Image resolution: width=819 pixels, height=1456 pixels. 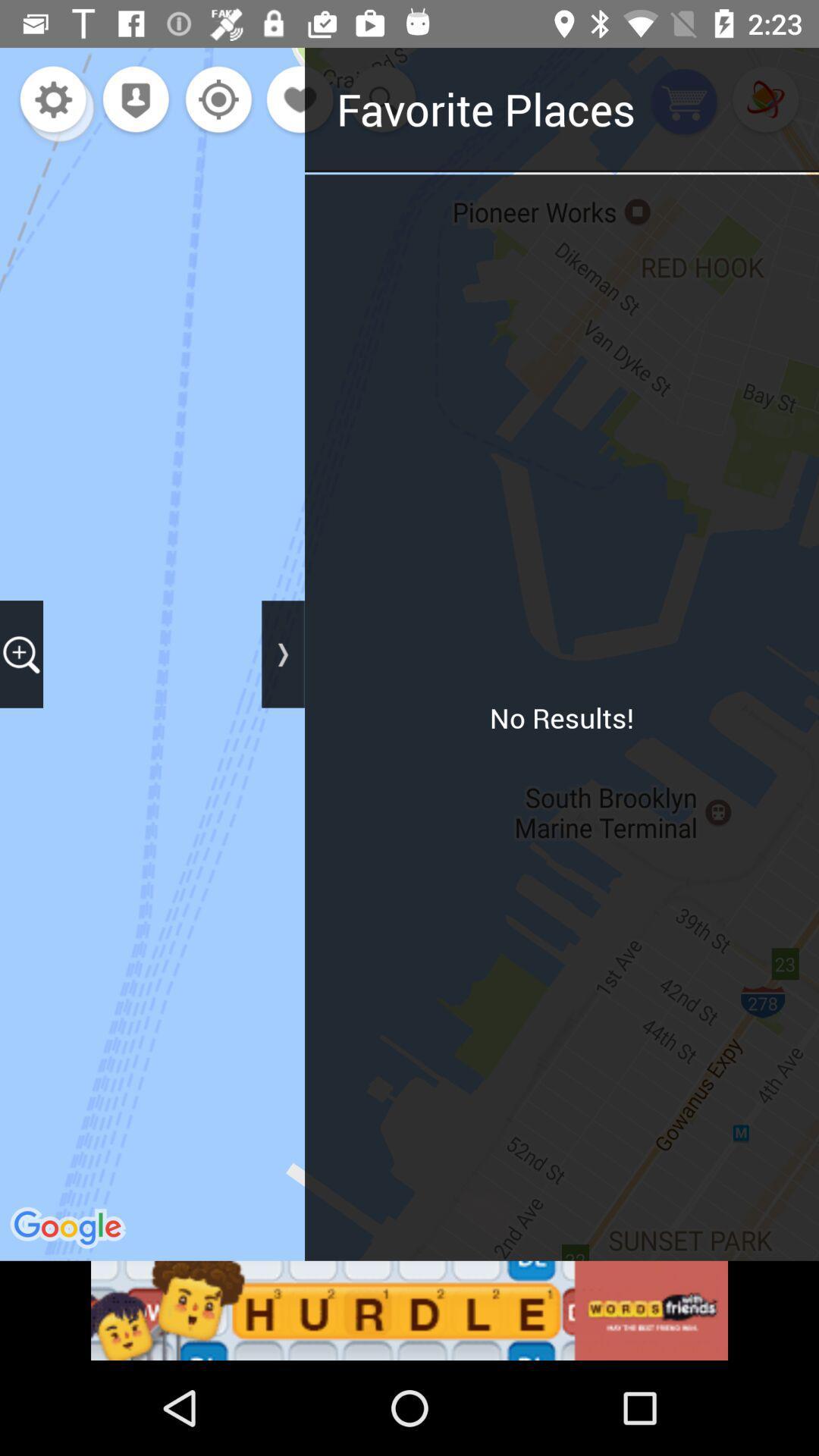 What do you see at coordinates (301, 100) in the screenshot?
I see `the favorite icon` at bounding box center [301, 100].